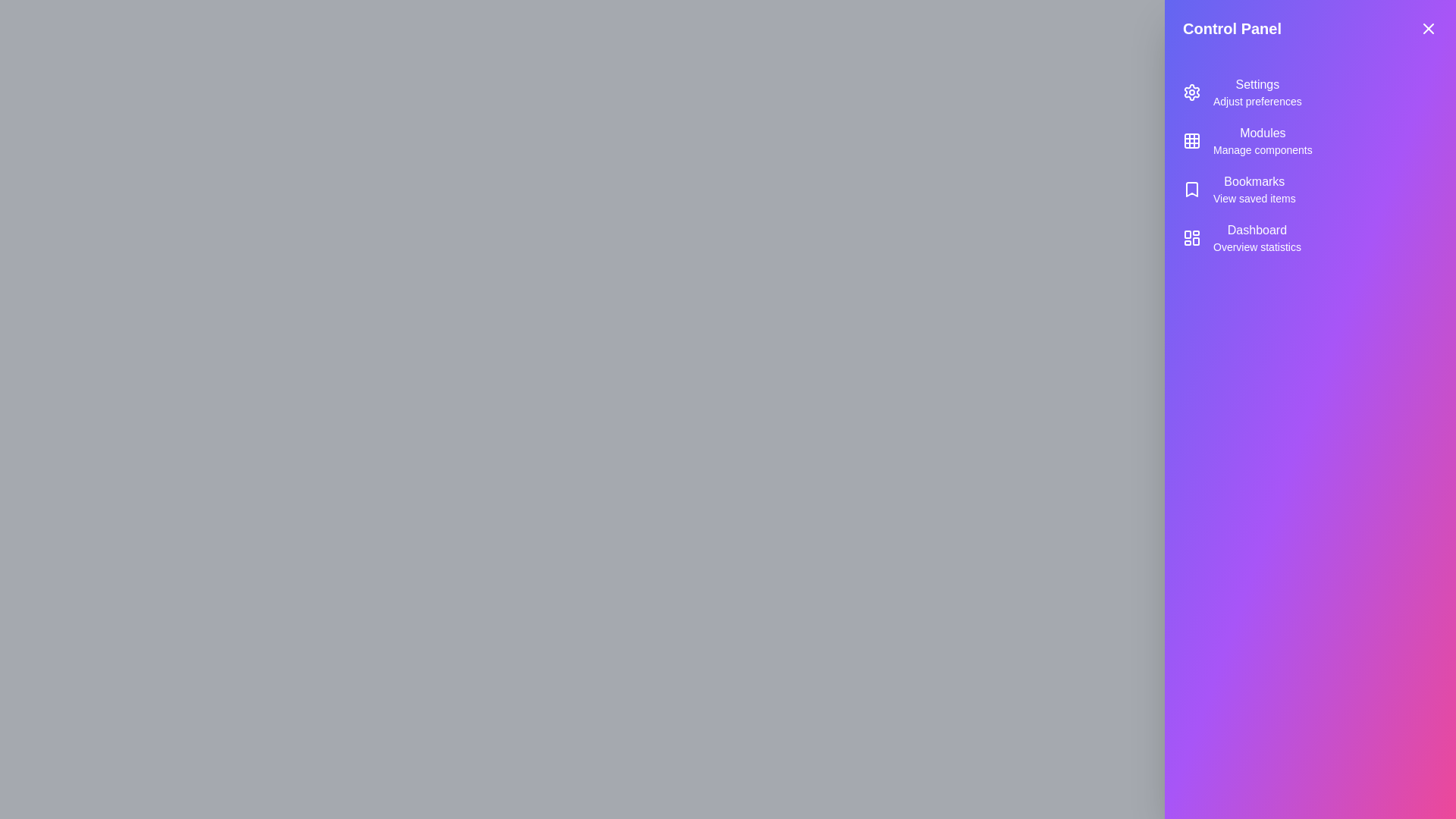 The height and width of the screenshot is (819, 1456). Describe the element at coordinates (1427, 29) in the screenshot. I see `the close button located in the upper-right corner of the 'Control Panel' interface` at that location.